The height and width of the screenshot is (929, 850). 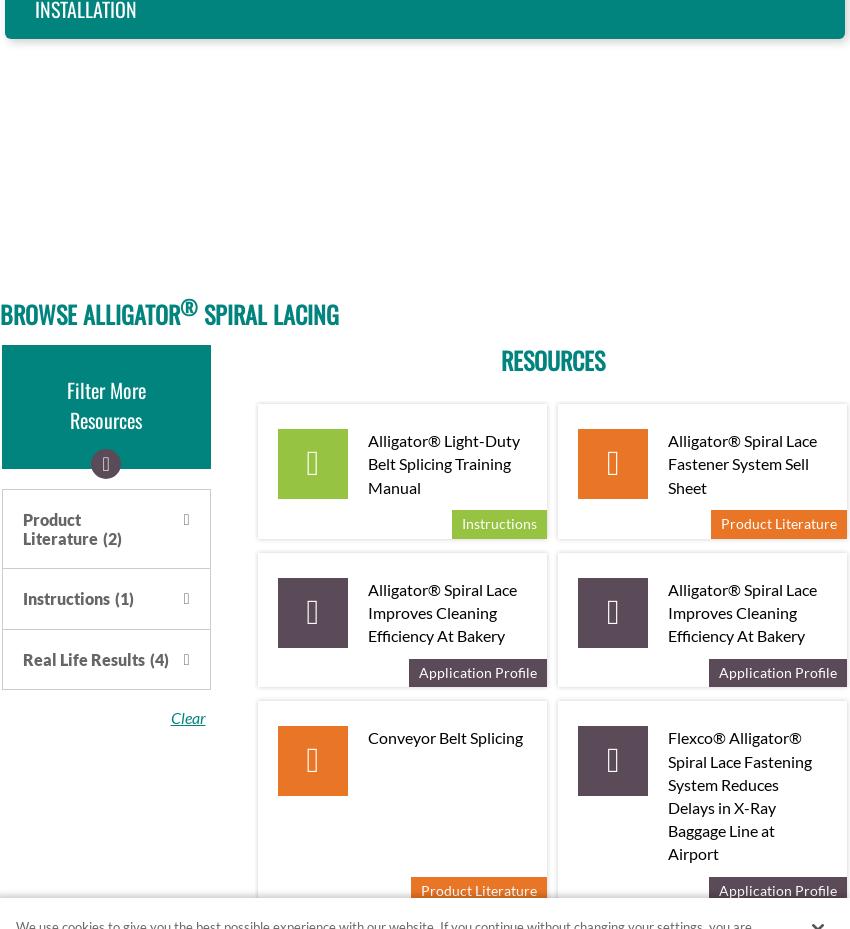 I want to click on 'Flexco® Alligator® Spiral Lace Fastening System Reduces Delays in X-Ray Baggage Line at Airport', so click(x=668, y=794).